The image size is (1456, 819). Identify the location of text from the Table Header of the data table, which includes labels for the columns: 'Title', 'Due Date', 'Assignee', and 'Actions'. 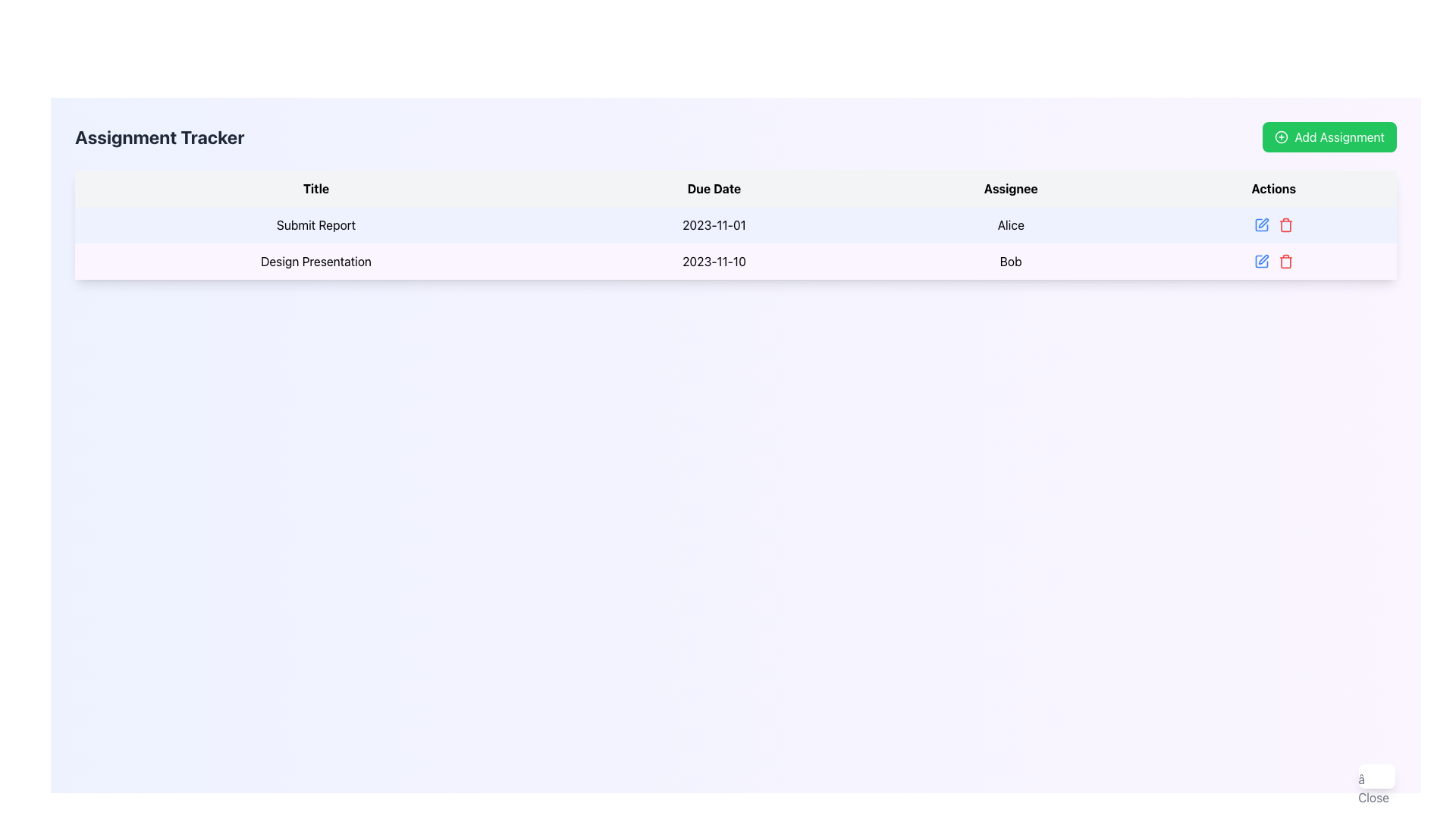
(736, 188).